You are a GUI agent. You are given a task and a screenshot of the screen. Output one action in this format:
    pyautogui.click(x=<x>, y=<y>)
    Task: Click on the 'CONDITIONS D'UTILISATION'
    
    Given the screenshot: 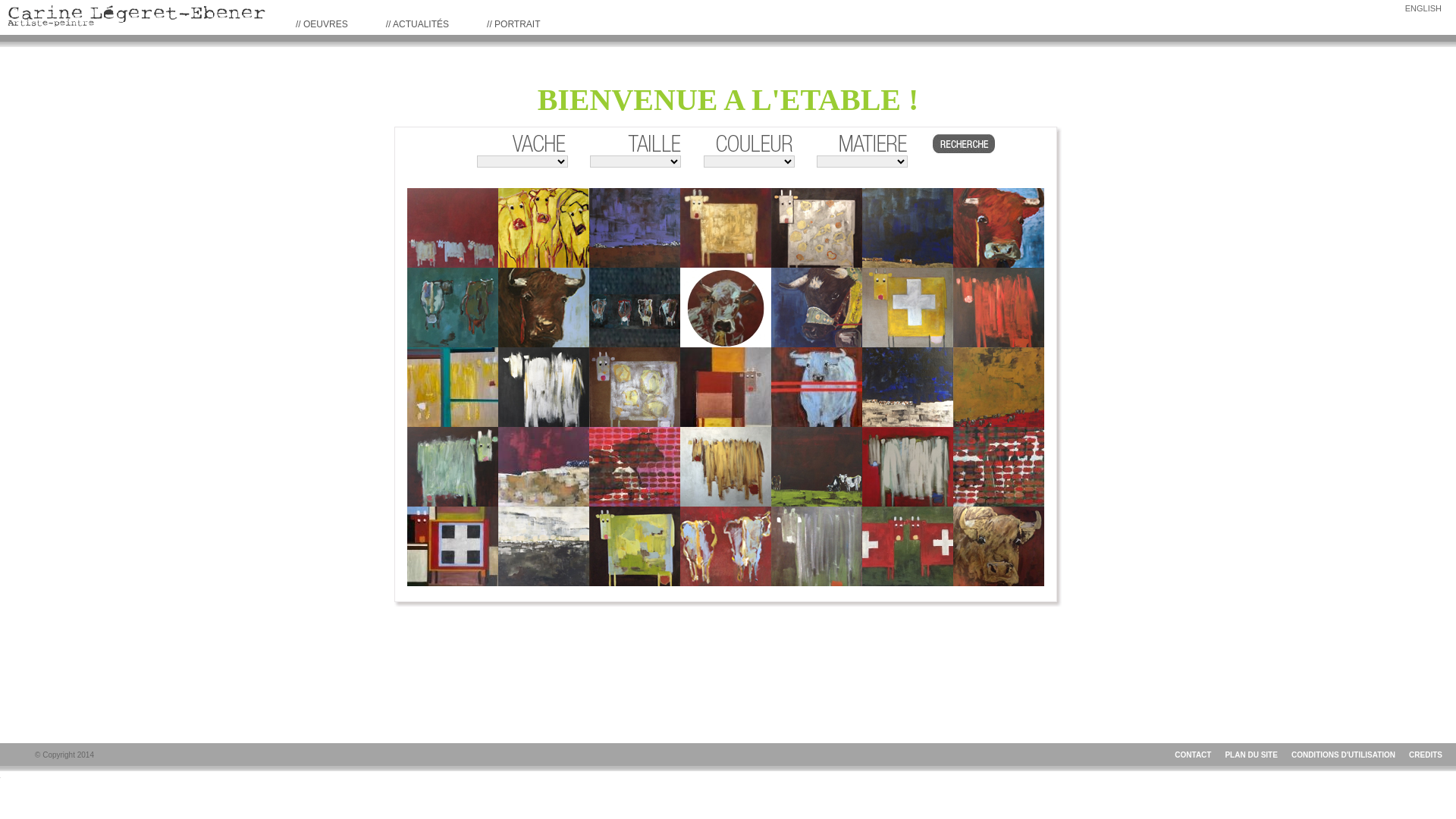 What is the action you would take?
    pyautogui.click(x=1291, y=755)
    